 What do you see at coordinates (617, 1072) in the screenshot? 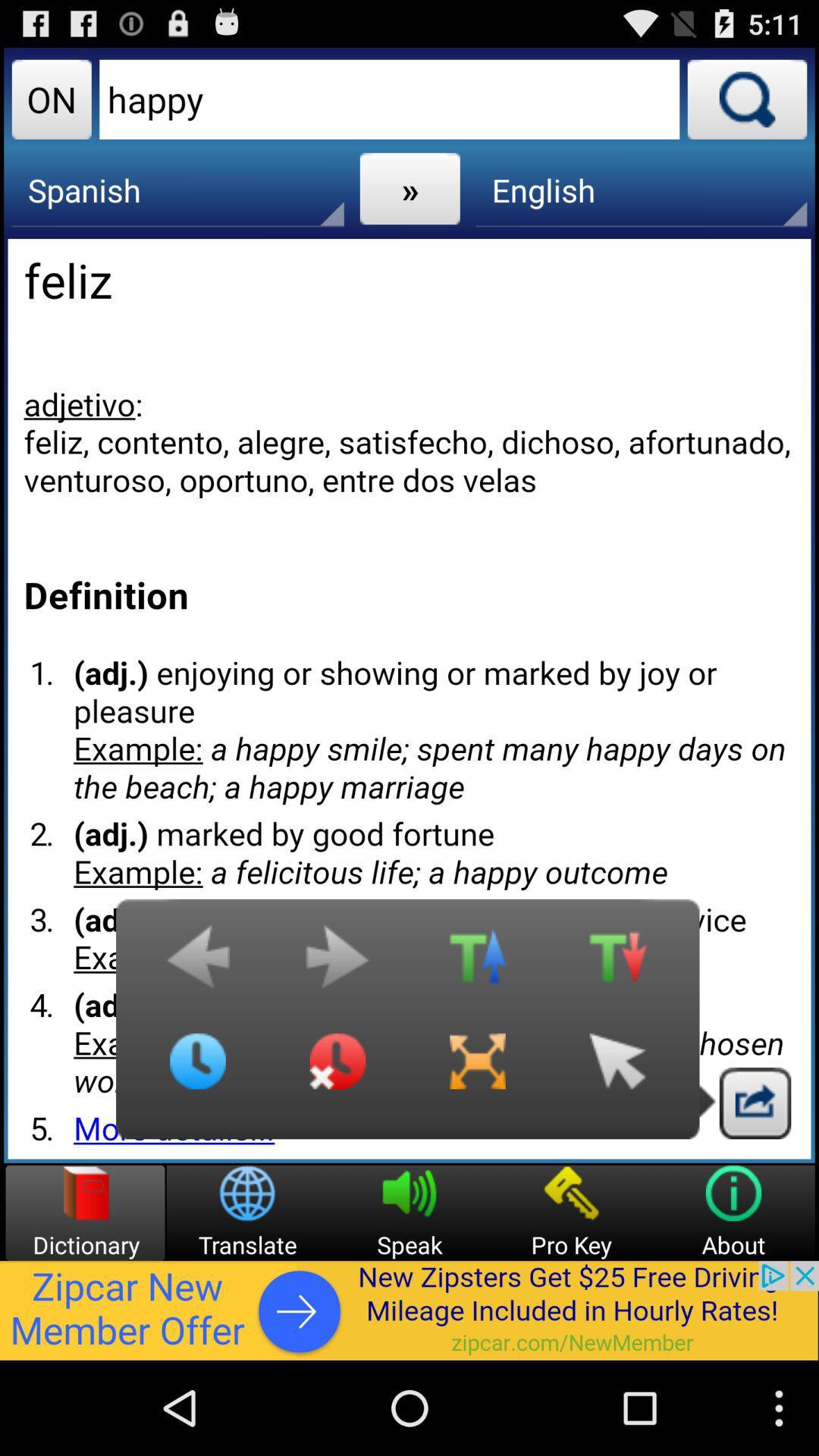
I see `arrow icon` at bounding box center [617, 1072].